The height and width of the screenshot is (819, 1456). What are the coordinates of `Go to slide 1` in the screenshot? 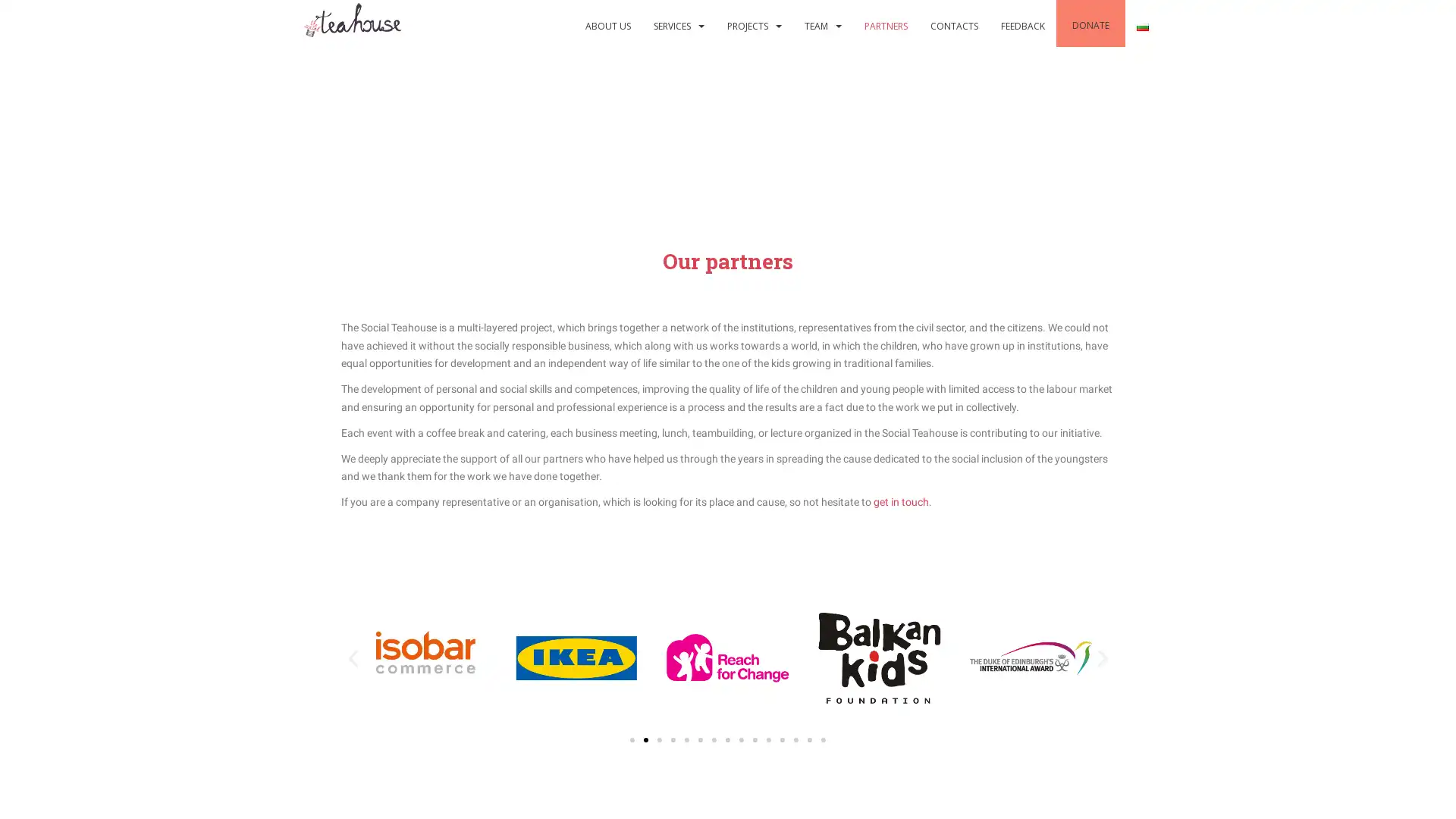 It's located at (632, 739).